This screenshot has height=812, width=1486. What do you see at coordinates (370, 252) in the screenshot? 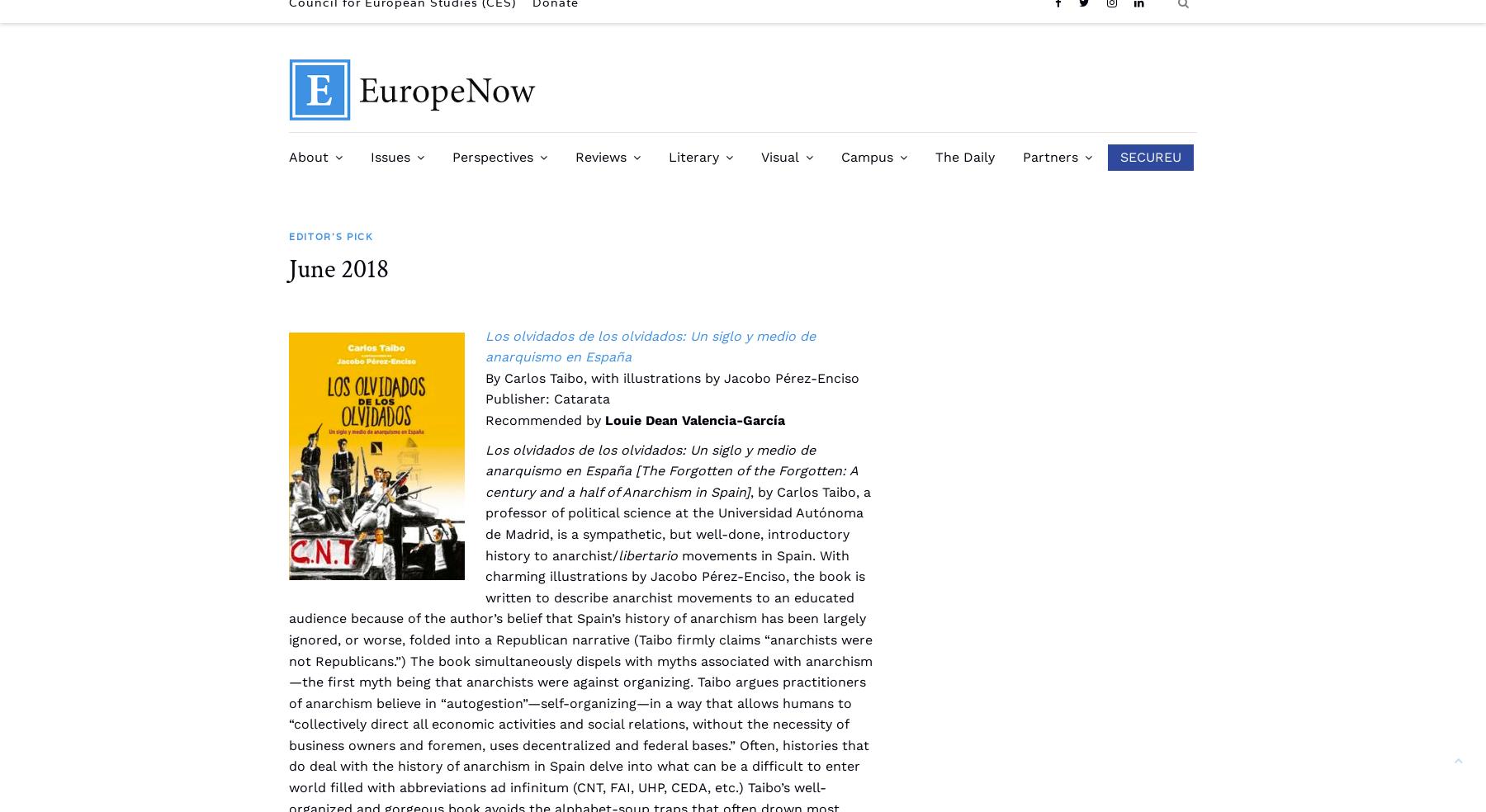
I see `'Past Issues'` at bounding box center [370, 252].